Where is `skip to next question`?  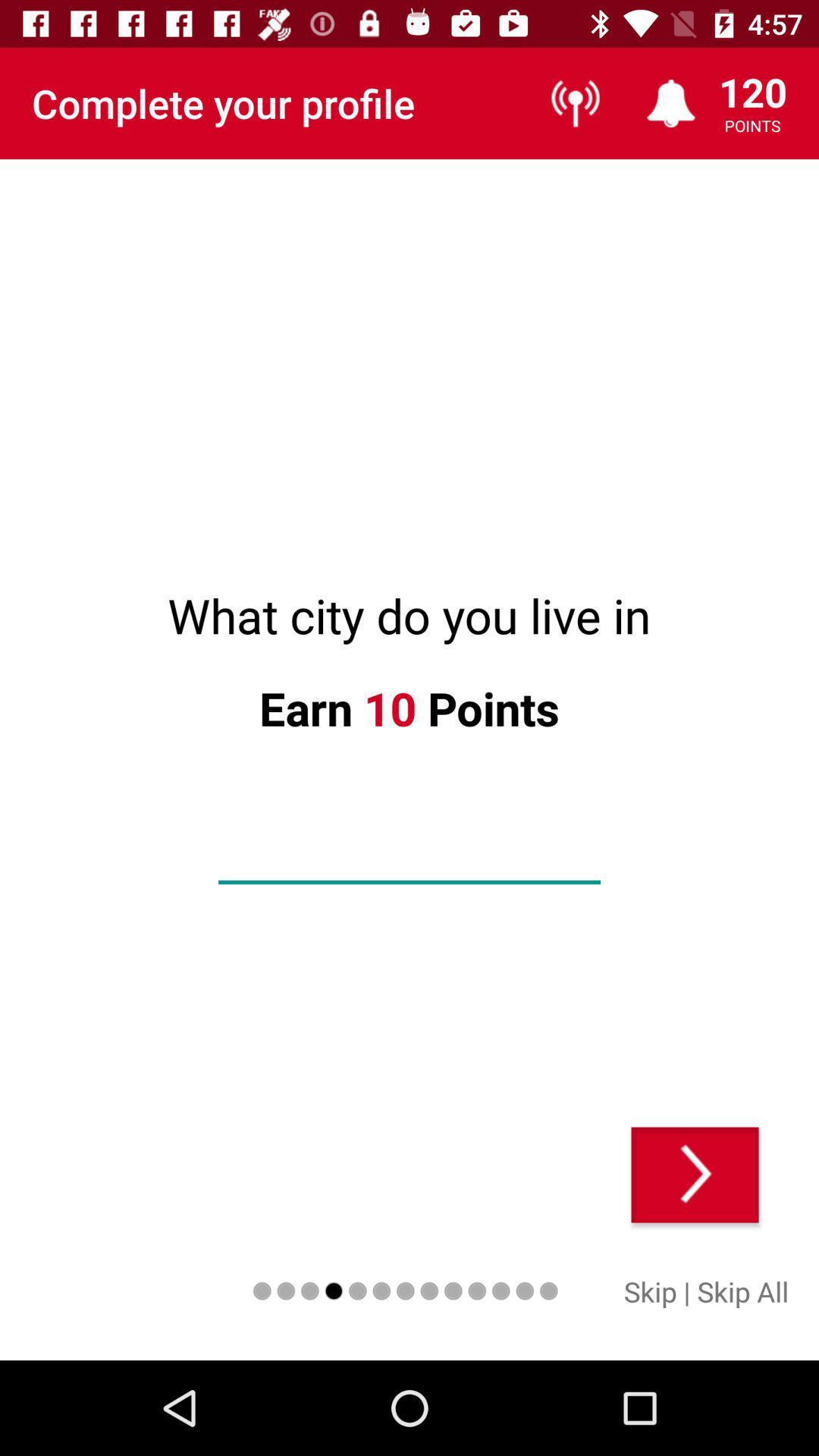
skip to next question is located at coordinates (695, 1174).